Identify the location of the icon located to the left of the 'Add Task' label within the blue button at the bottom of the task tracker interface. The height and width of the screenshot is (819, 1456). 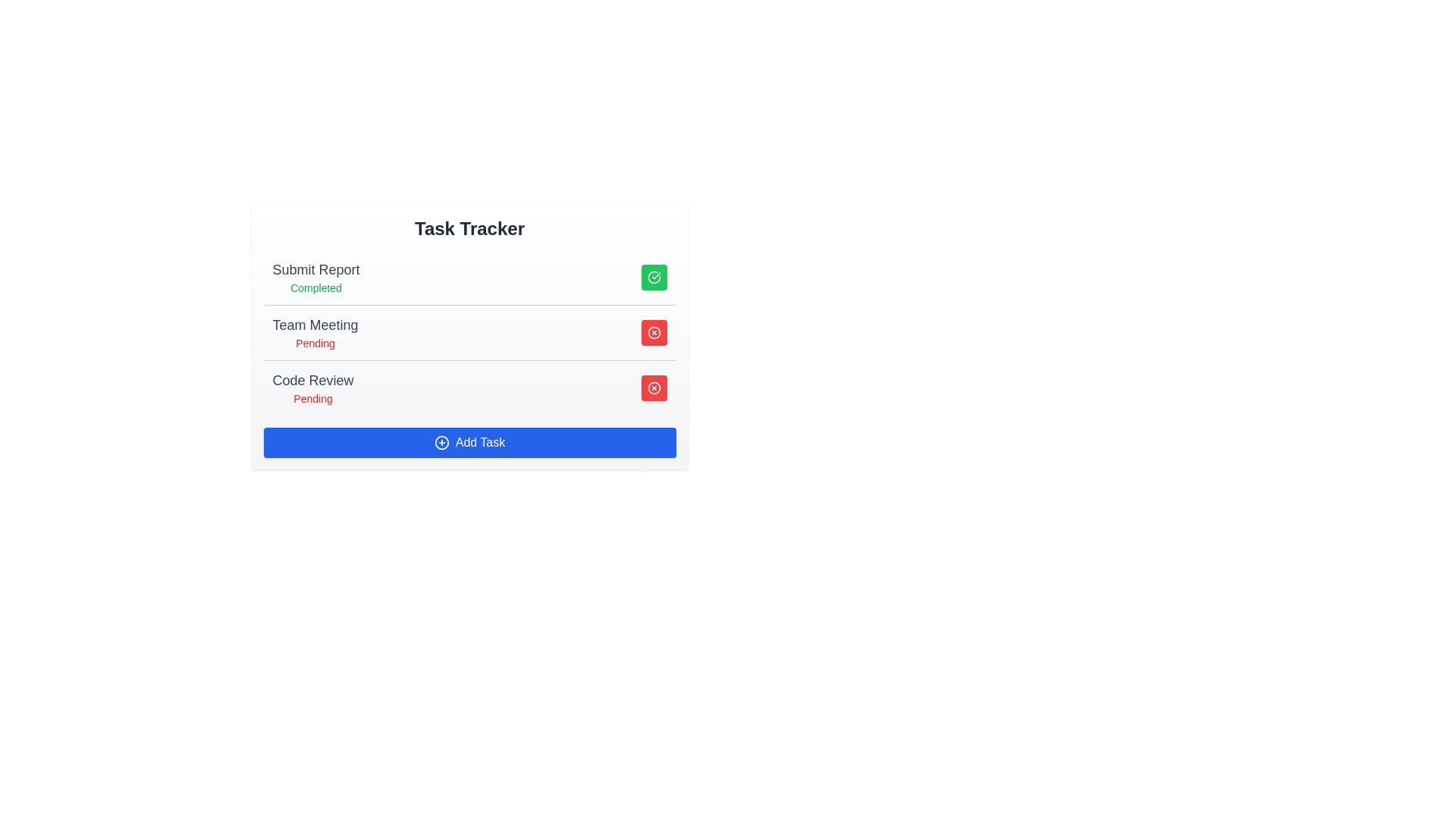
(441, 442).